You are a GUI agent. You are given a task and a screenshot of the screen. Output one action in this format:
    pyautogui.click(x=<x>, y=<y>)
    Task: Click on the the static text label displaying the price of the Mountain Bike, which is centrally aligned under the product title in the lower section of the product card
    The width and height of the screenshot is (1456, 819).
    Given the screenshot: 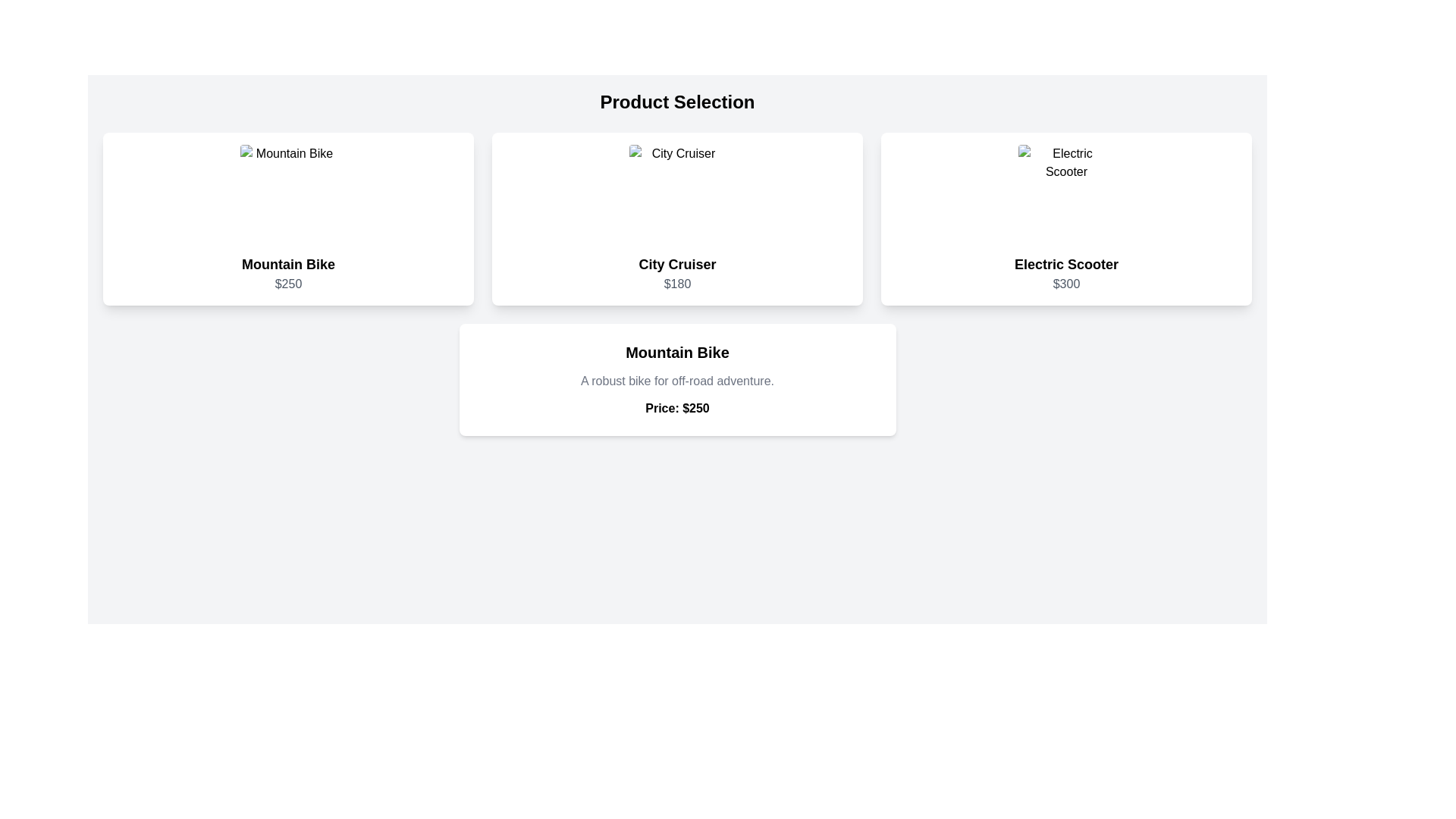 What is the action you would take?
    pyautogui.click(x=288, y=284)
    